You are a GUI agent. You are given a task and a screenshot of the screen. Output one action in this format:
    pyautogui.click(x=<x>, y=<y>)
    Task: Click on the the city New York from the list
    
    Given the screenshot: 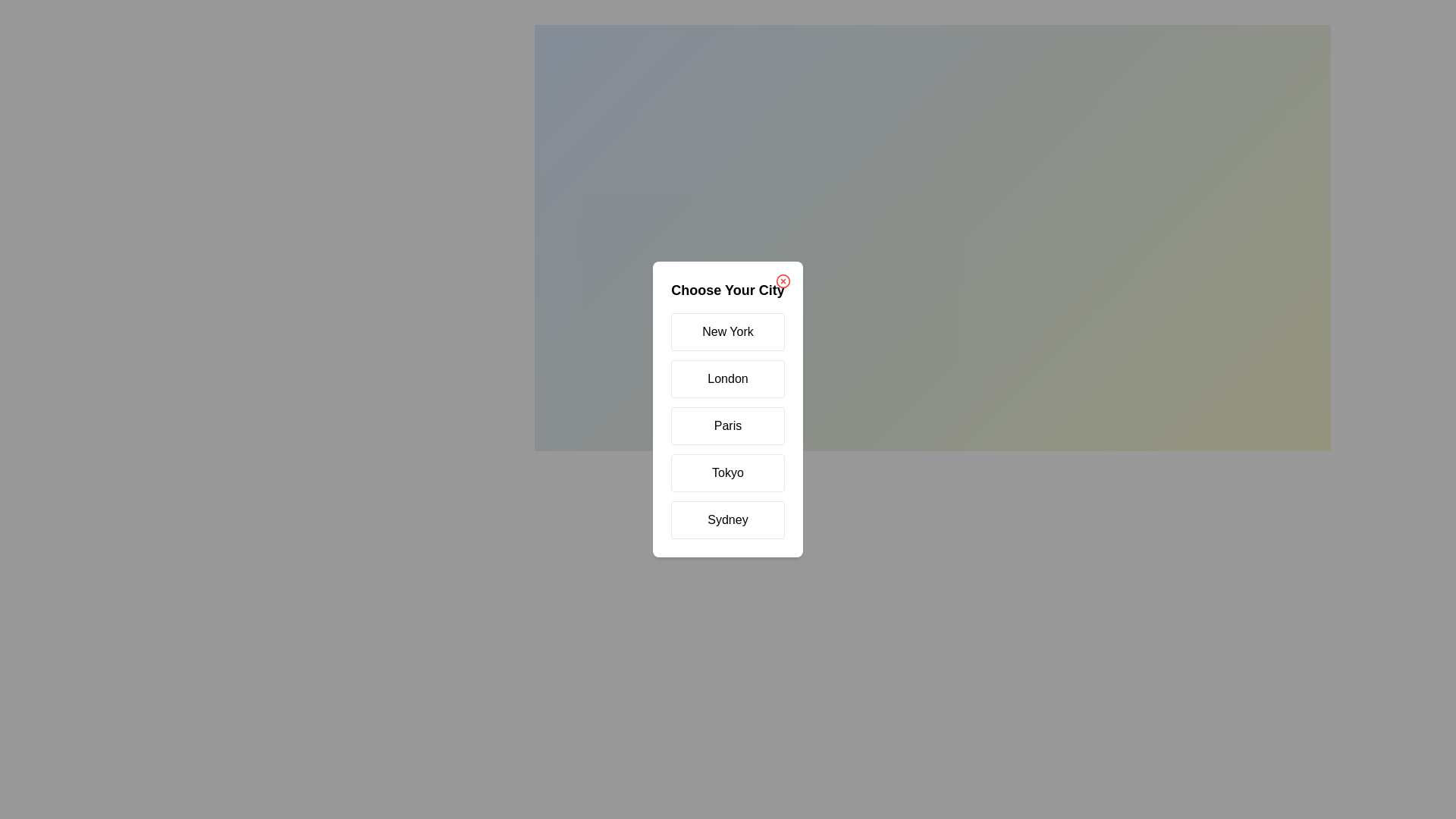 What is the action you would take?
    pyautogui.click(x=728, y=331)
    